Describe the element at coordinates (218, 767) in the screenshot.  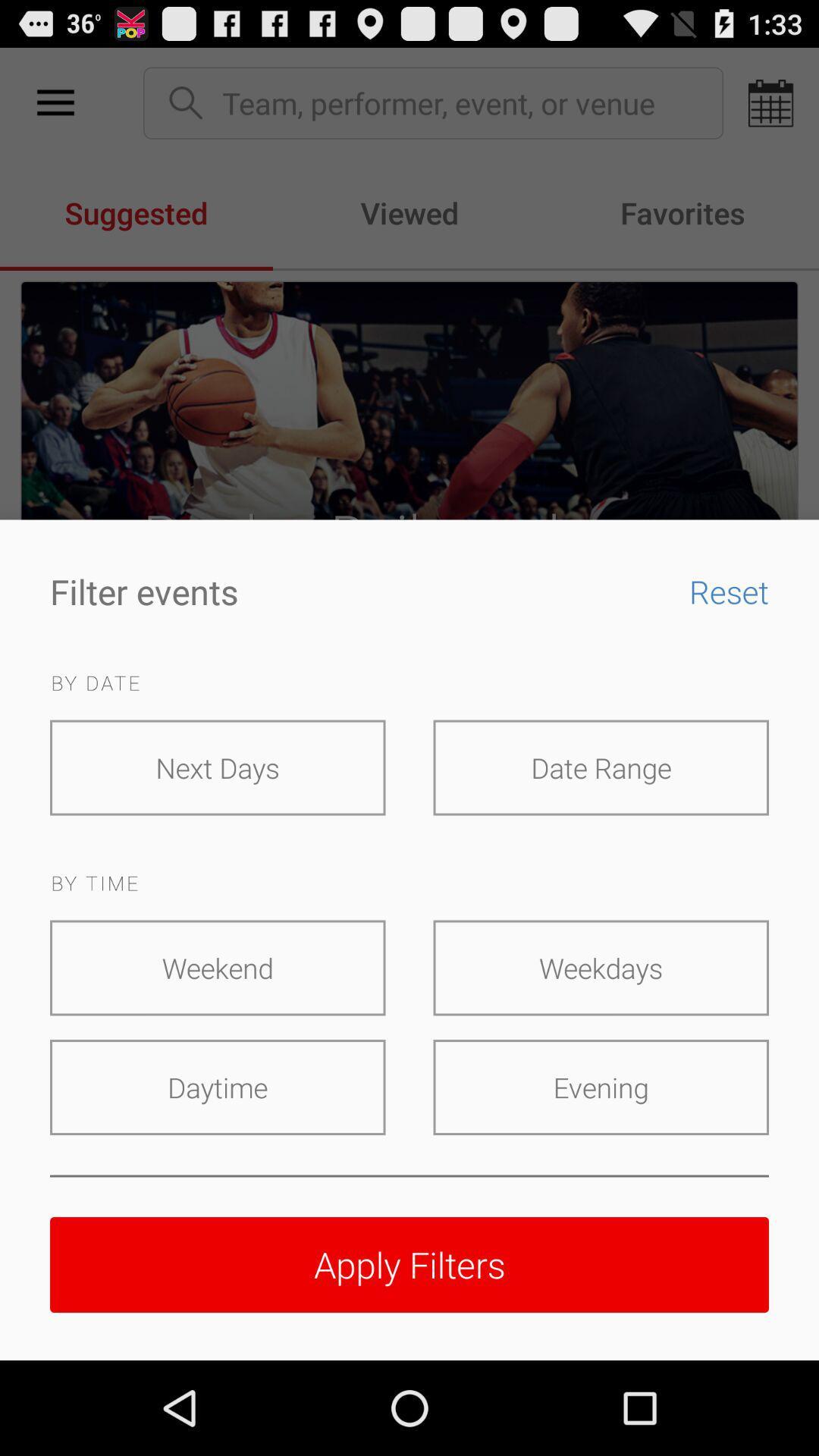
I see `the next days icon` at that location.